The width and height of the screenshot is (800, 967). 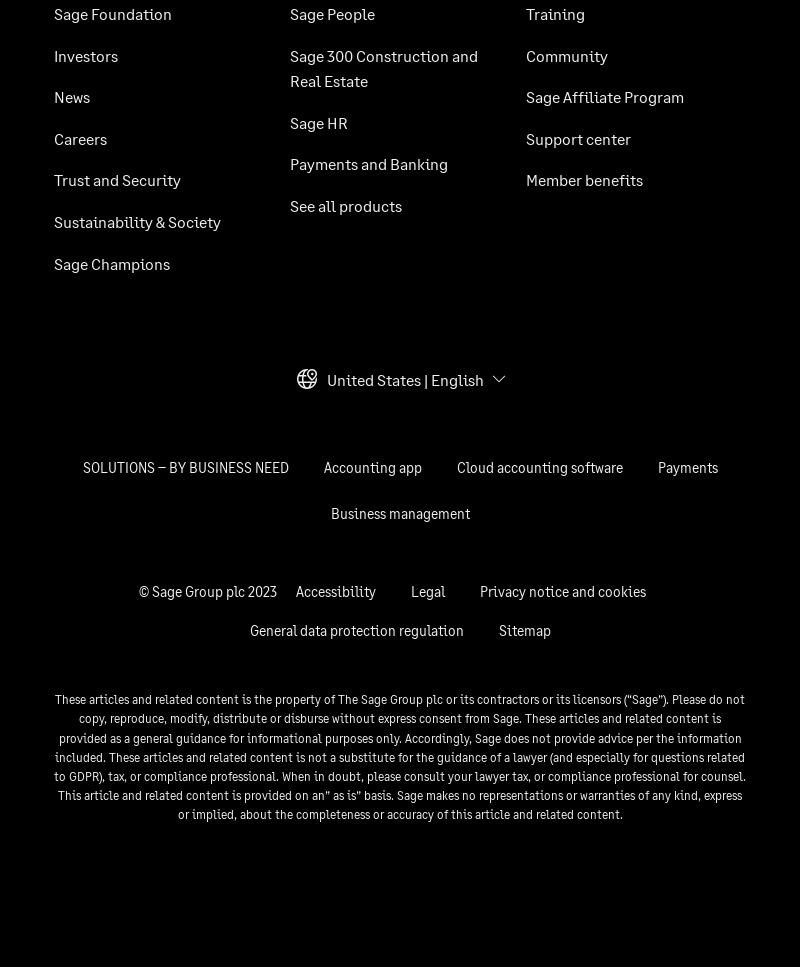 What do you see at coordinates (183, 466) in the screenshot?
I see `'SOLUTIONS – BY BUSINESS NEED'` at bounding box center [183, 466].